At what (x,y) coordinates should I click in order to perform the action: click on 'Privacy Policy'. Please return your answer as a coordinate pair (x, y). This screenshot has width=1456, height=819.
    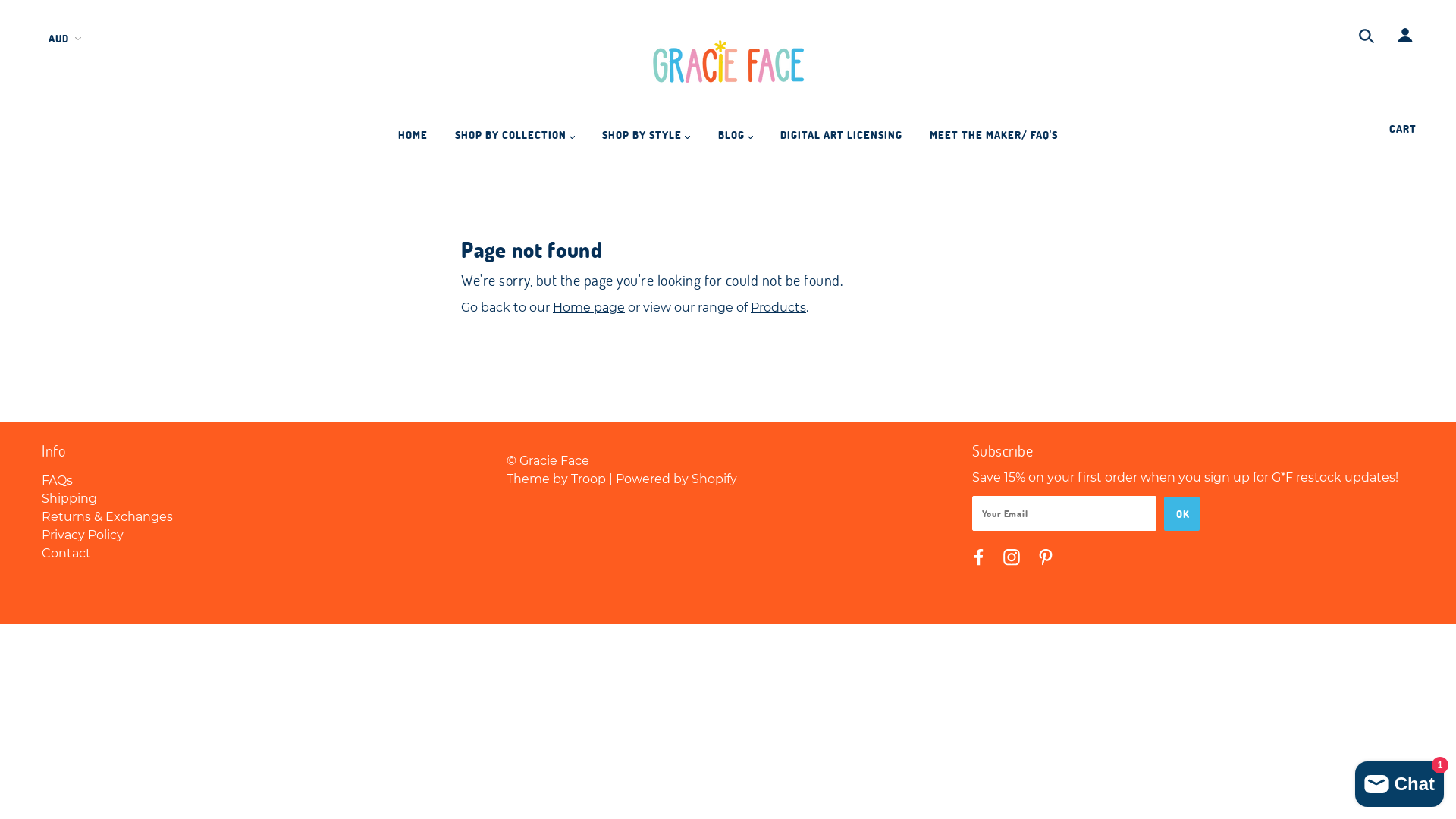
    Looking at the image, I should click on (82, 534).